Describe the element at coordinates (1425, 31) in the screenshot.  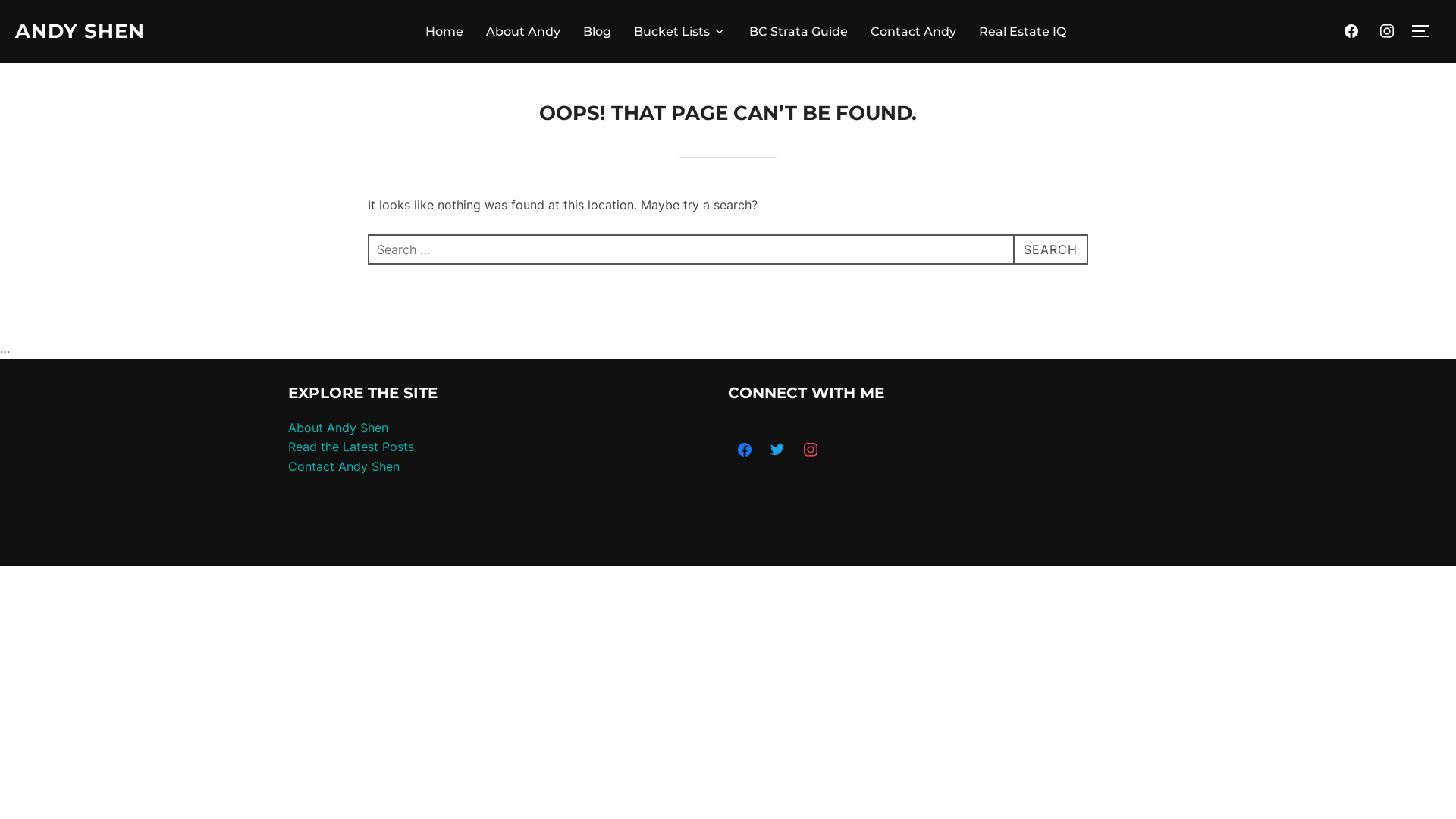
I see `'TOGGLE SIDEBAR & NAVIGATION'` at that location.